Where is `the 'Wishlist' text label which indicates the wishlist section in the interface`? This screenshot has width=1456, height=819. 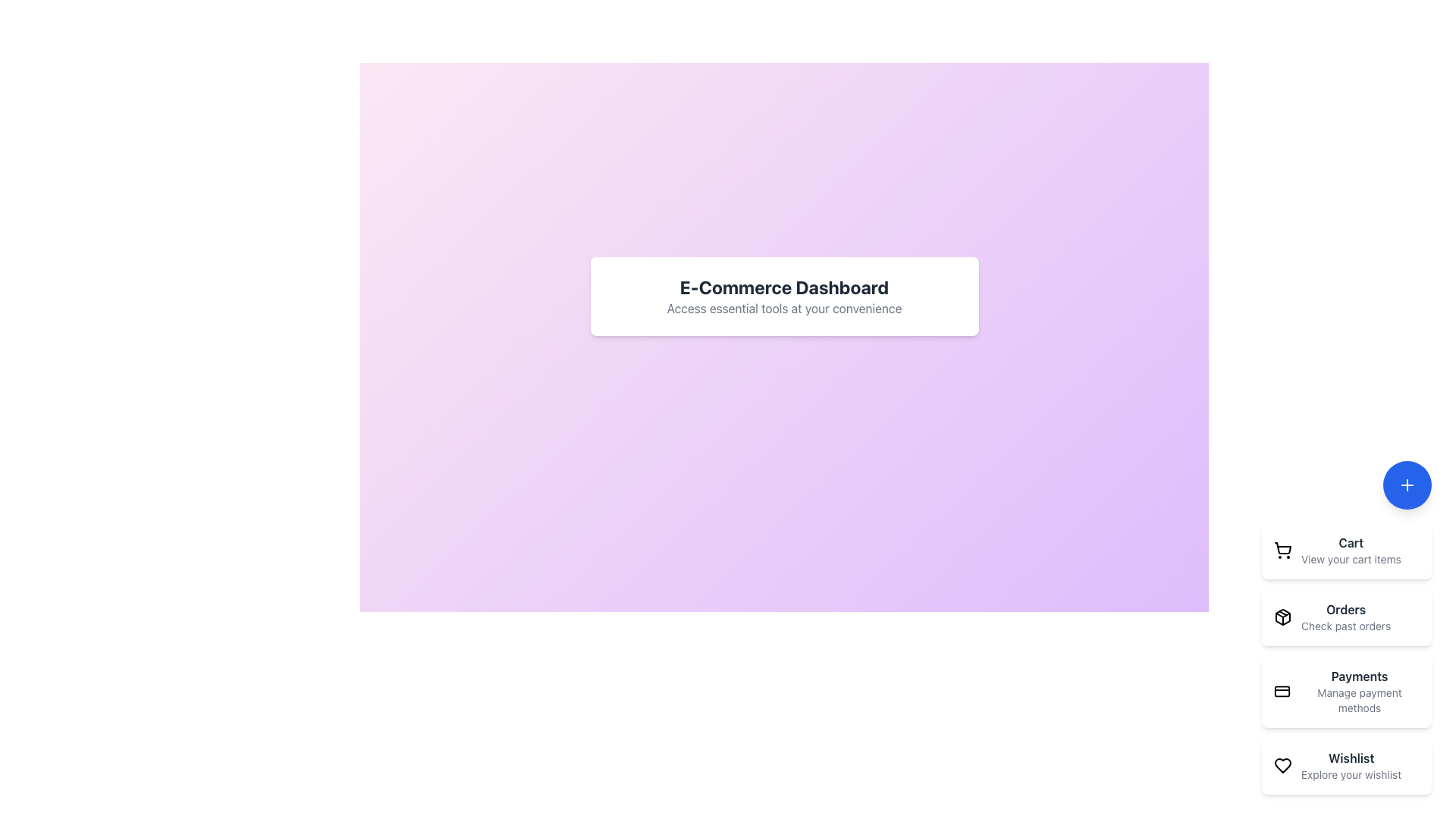
the 'Wishlist' text label which indicates the wishlist section in the interface is located at coordinates (1351, 758).